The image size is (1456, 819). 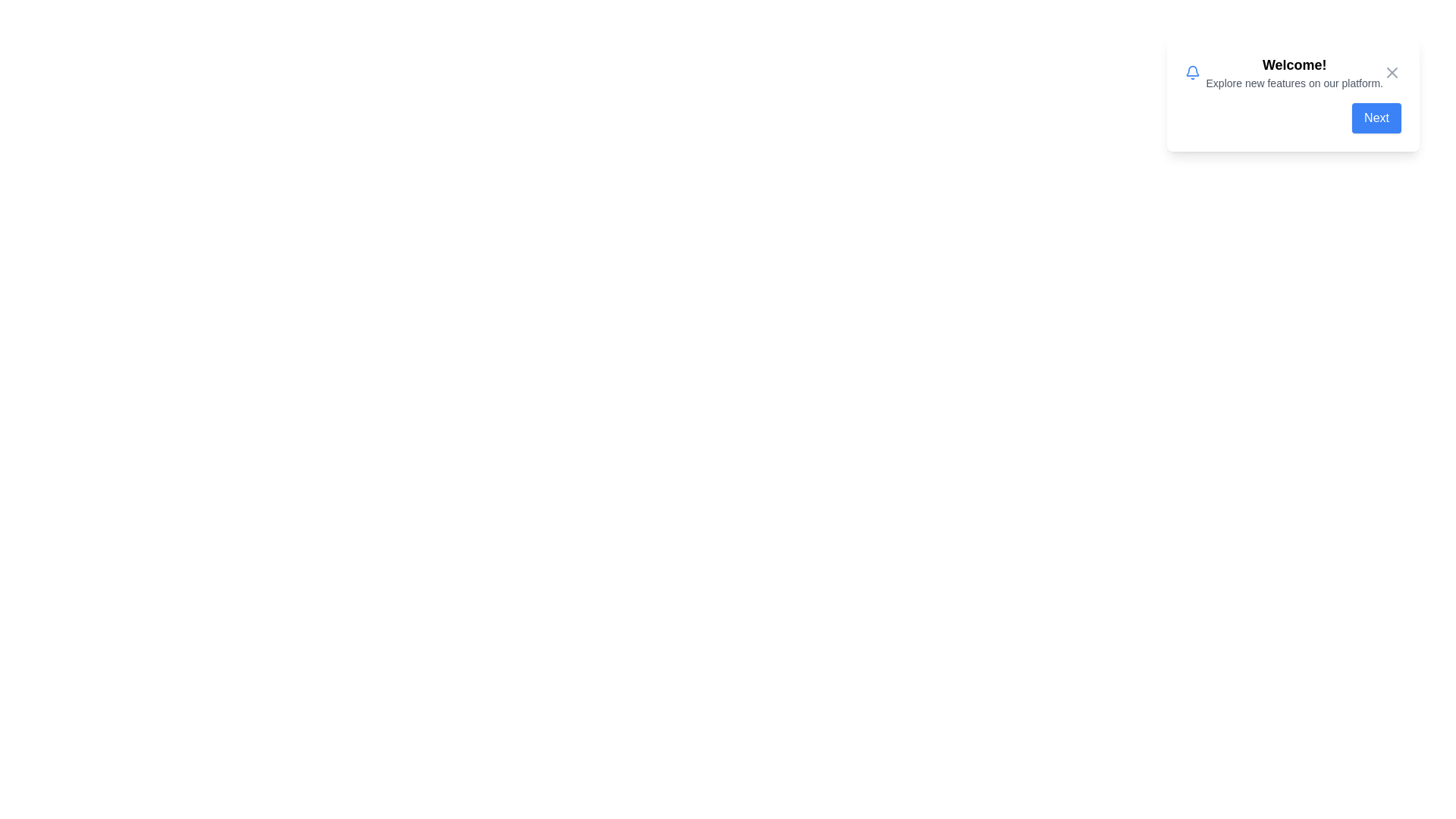 I want to click on the close button to dismiss the notification, so click(x=1392, y=73).